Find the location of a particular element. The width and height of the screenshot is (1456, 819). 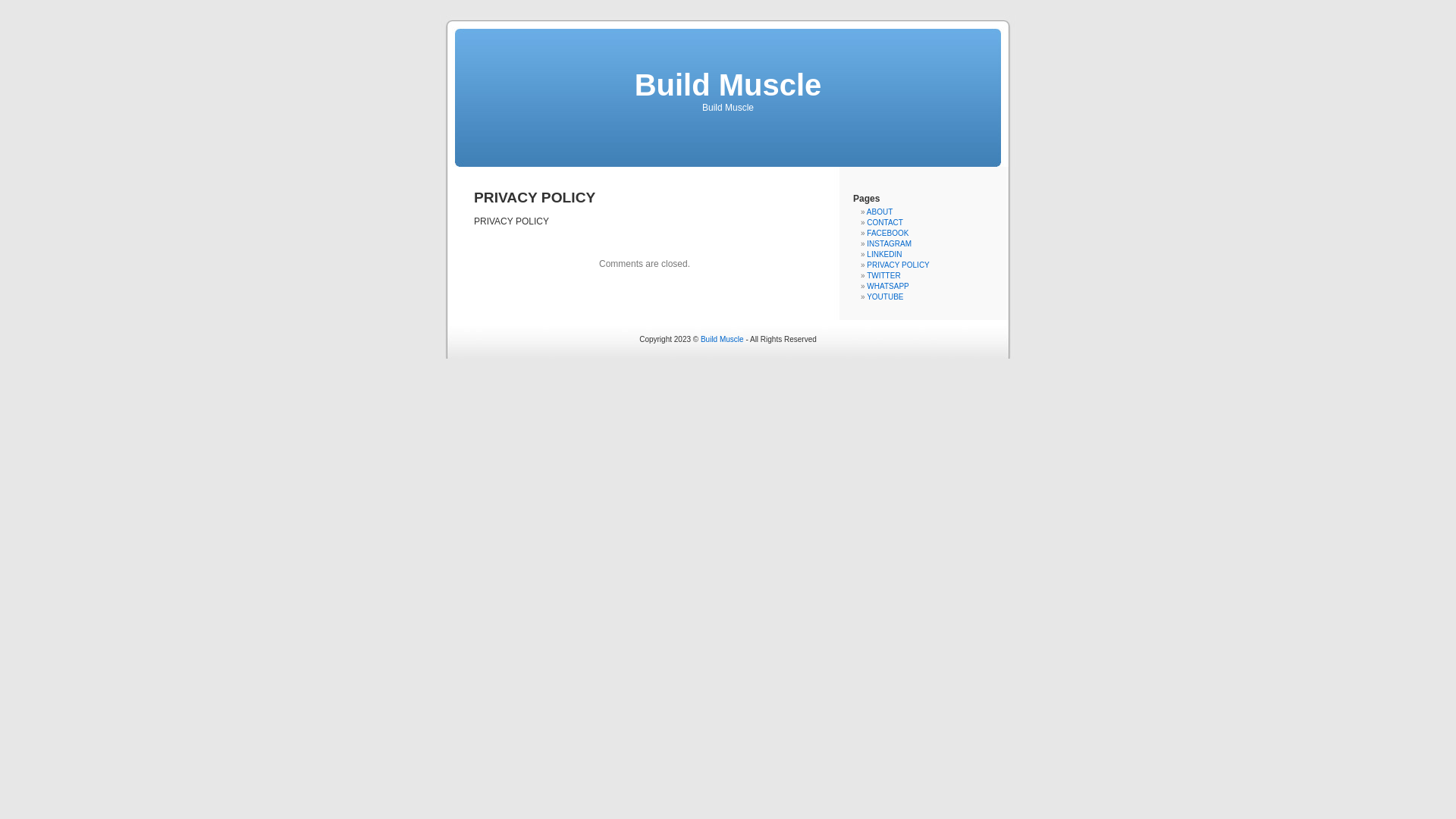

'YOUTUBE' is located at coordinates (884, 297).